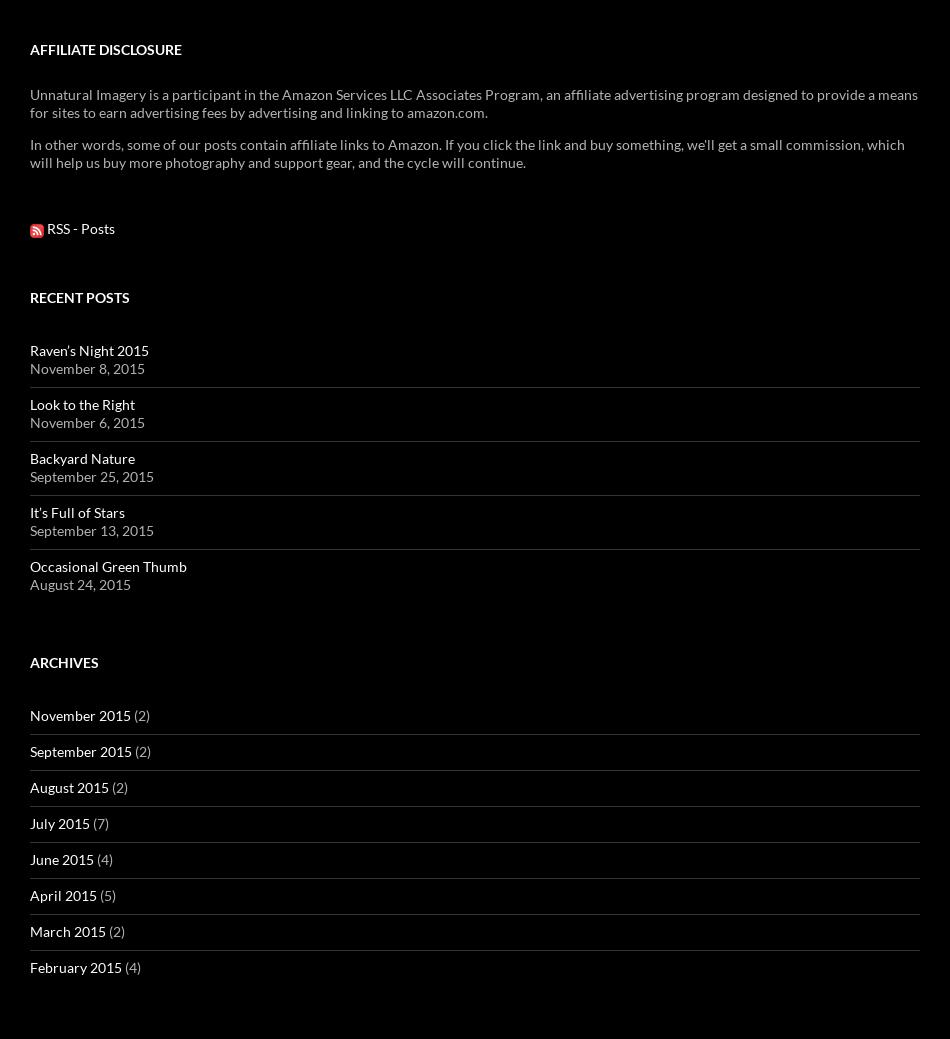 This screenshot has height=1039, width=950. Describe the element at coordinates (700, 382) in the screenshot. I see `'.'` at that location.